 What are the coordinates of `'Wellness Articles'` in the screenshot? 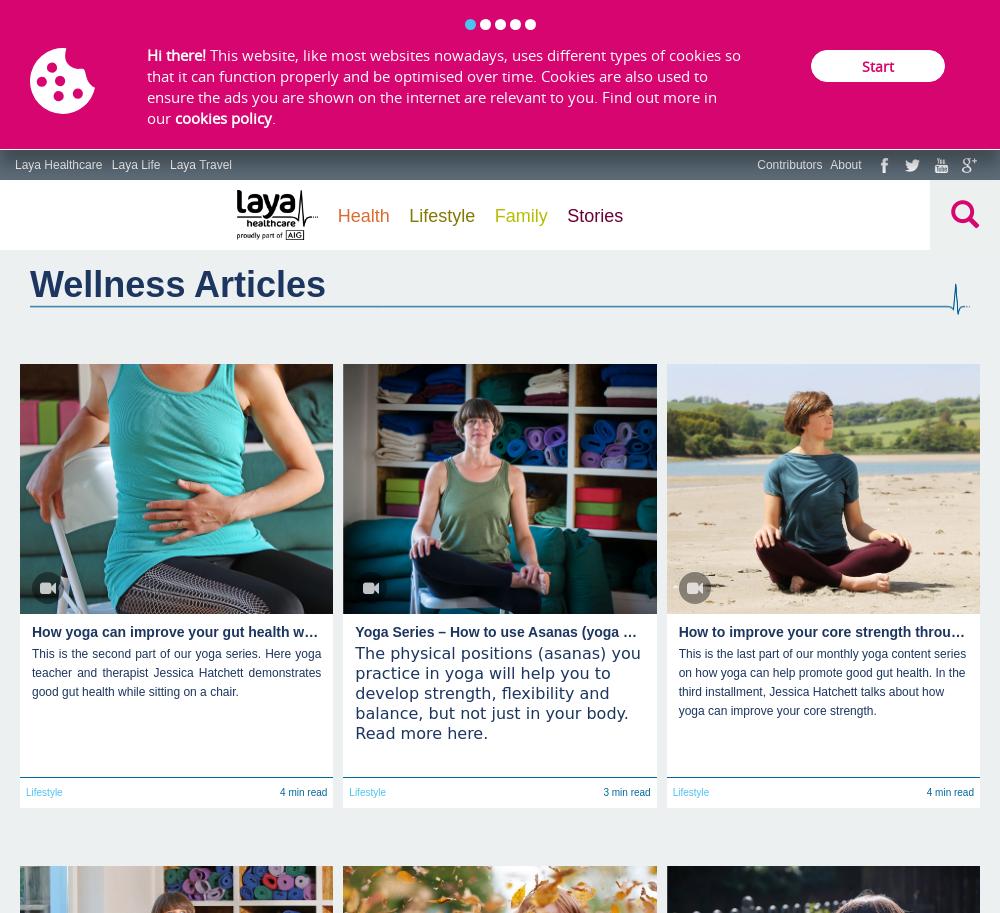 It's located at (178, 284).